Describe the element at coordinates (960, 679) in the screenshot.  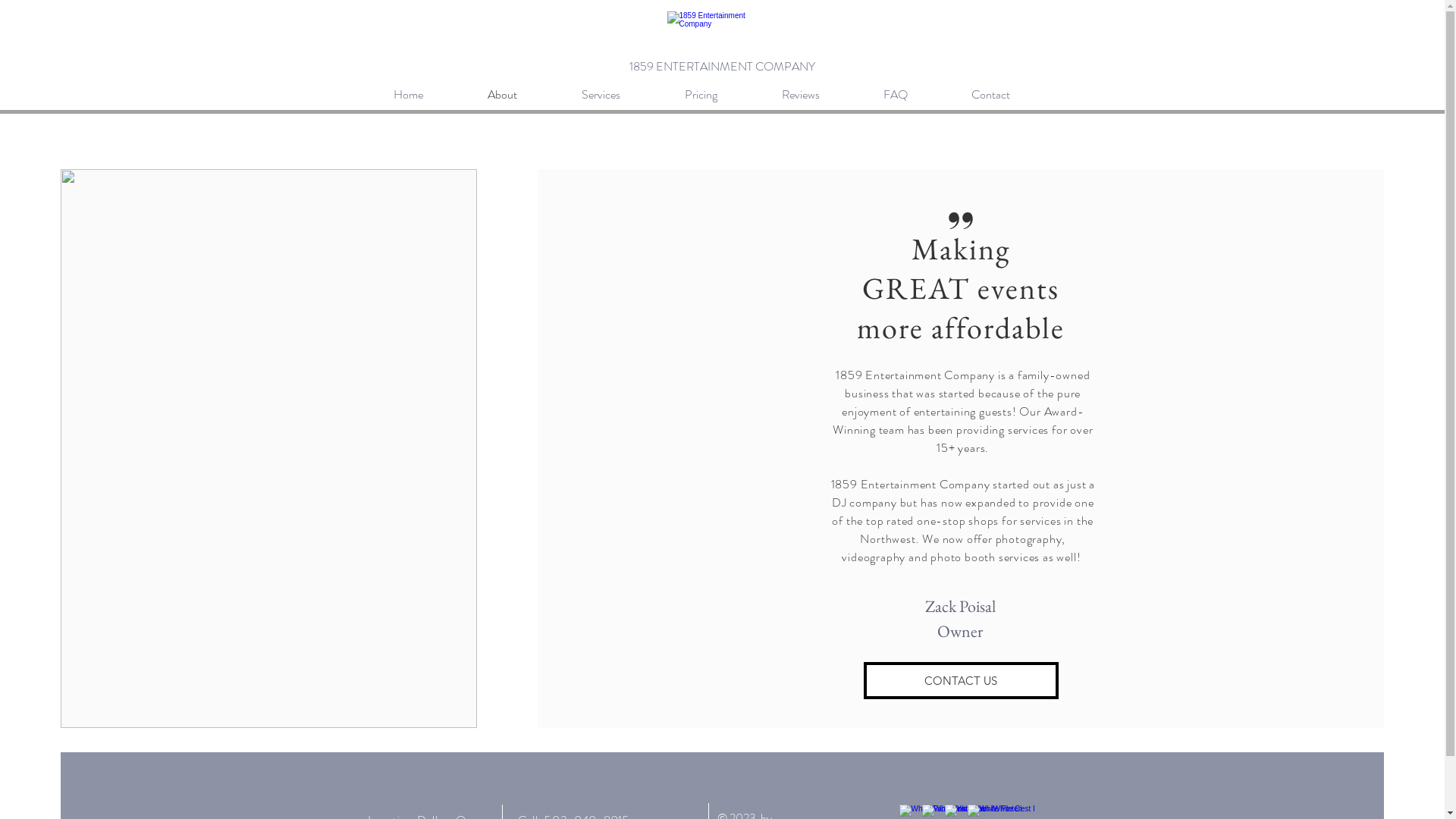
I see `'CONTACT US'` at that location.